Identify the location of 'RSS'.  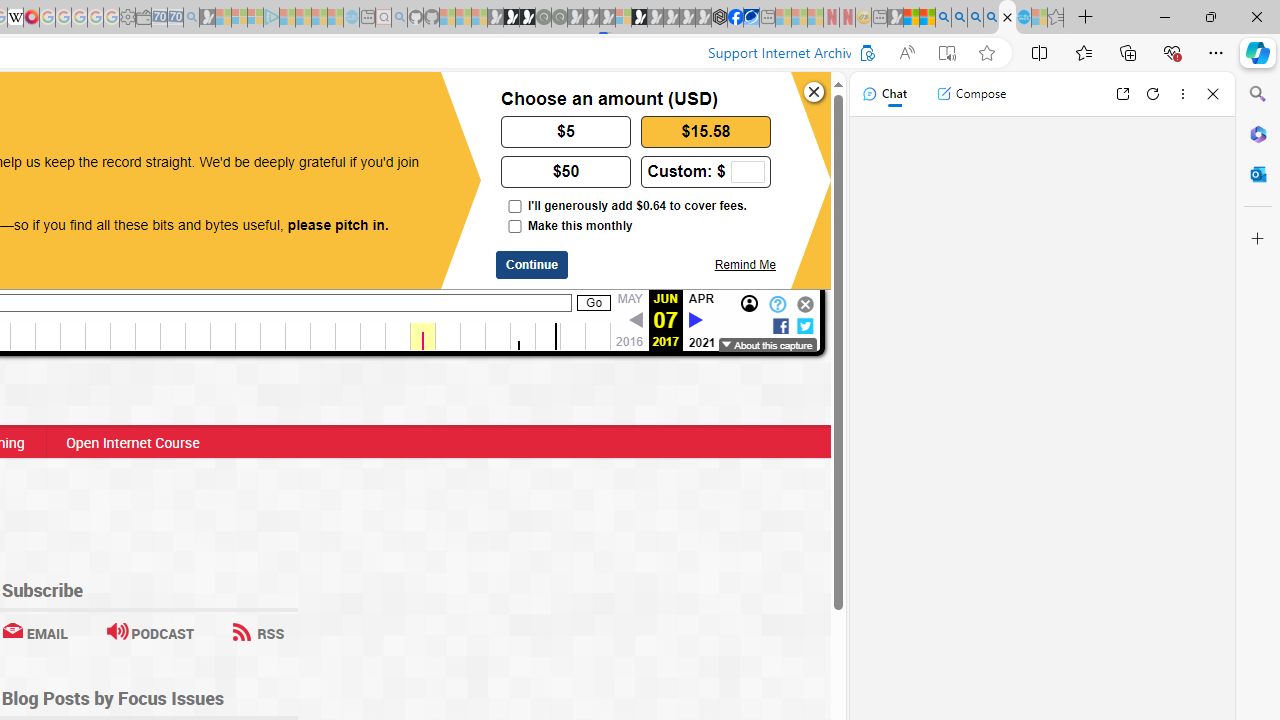
(257, 633).